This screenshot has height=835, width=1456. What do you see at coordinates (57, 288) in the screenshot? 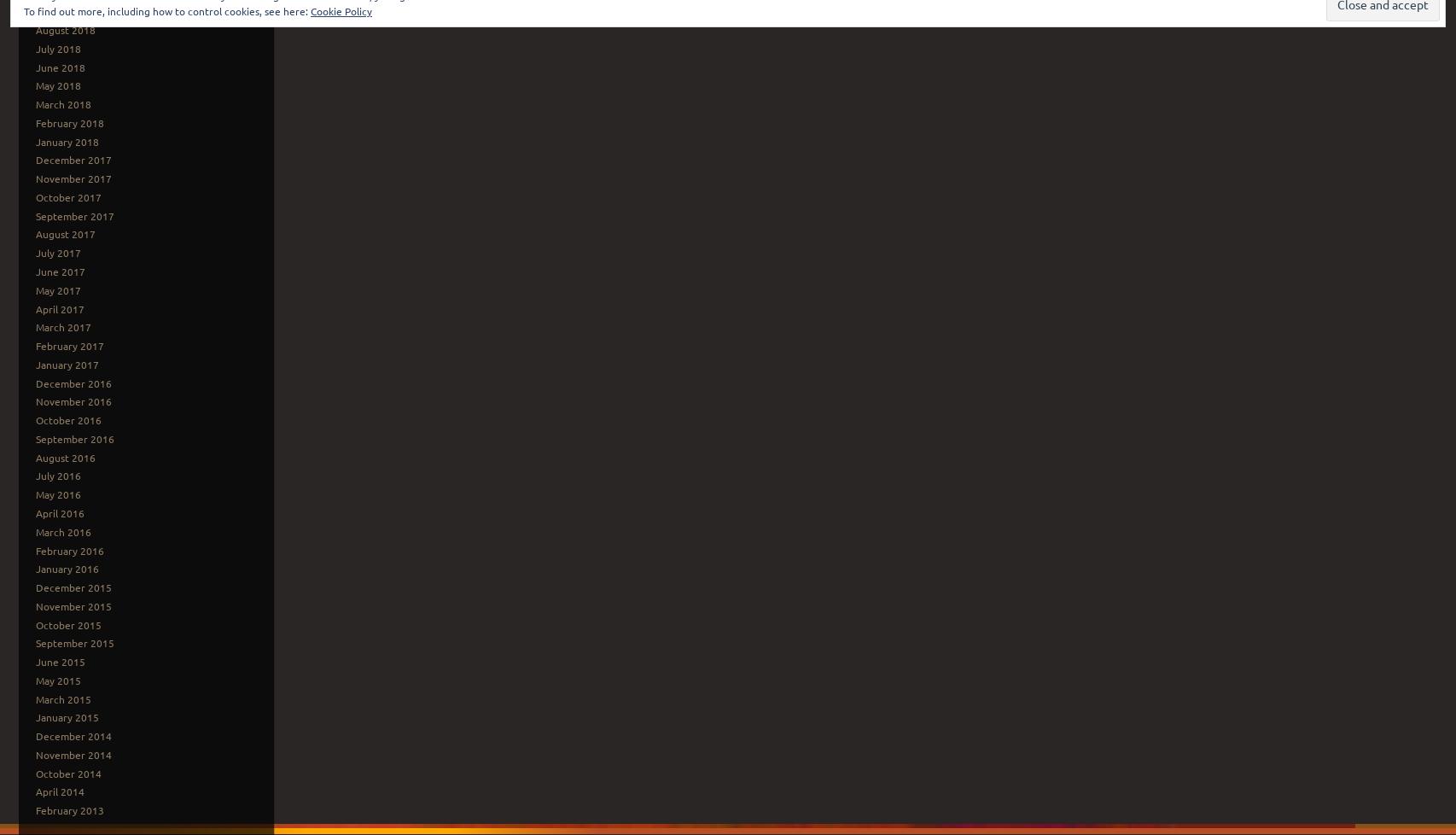
I see `'May 2017'` at bounding box center [57, 288].